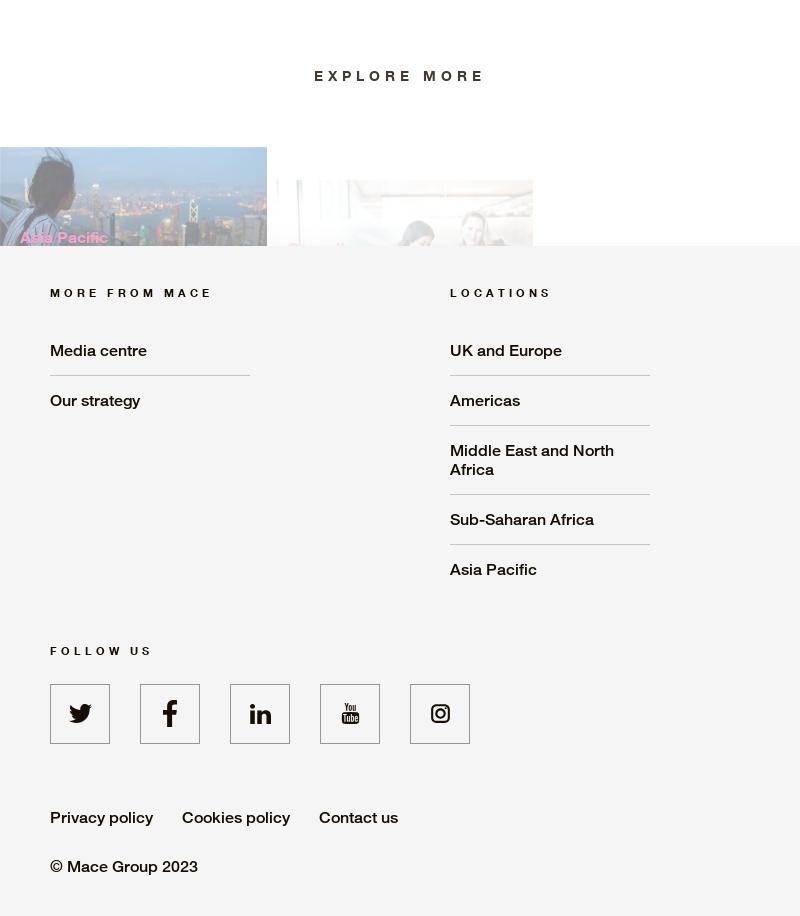  Describe the element at coordinates (521, 517) in the screenshot. I see `'Sub-Saharan Africa'` at that location.